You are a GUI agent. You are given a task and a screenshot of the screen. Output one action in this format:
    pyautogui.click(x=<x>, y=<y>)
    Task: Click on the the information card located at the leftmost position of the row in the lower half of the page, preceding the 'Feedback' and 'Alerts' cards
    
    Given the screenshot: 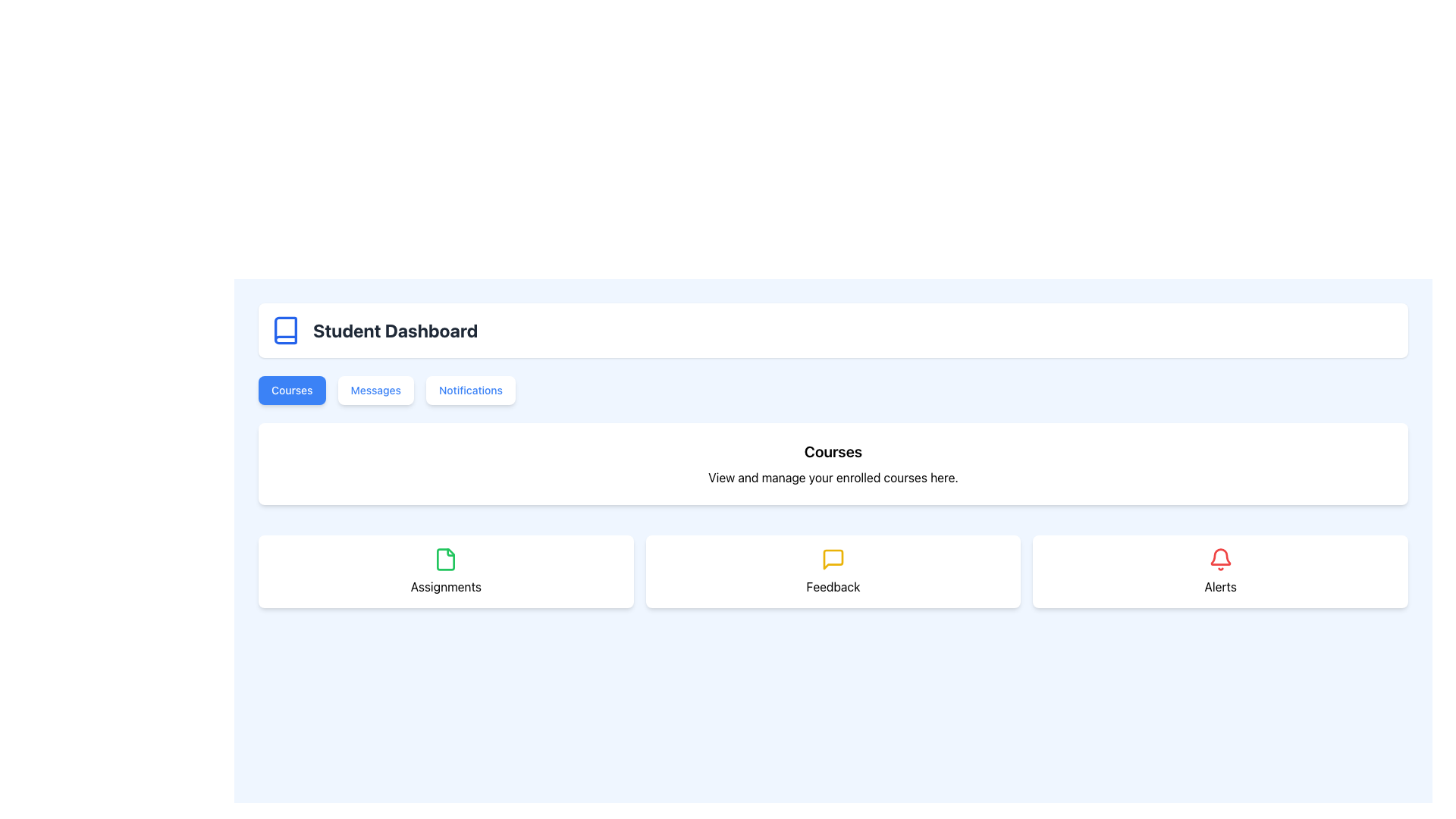 What is the action you would take?
    pyautogui.click(x=445, y=571)
    